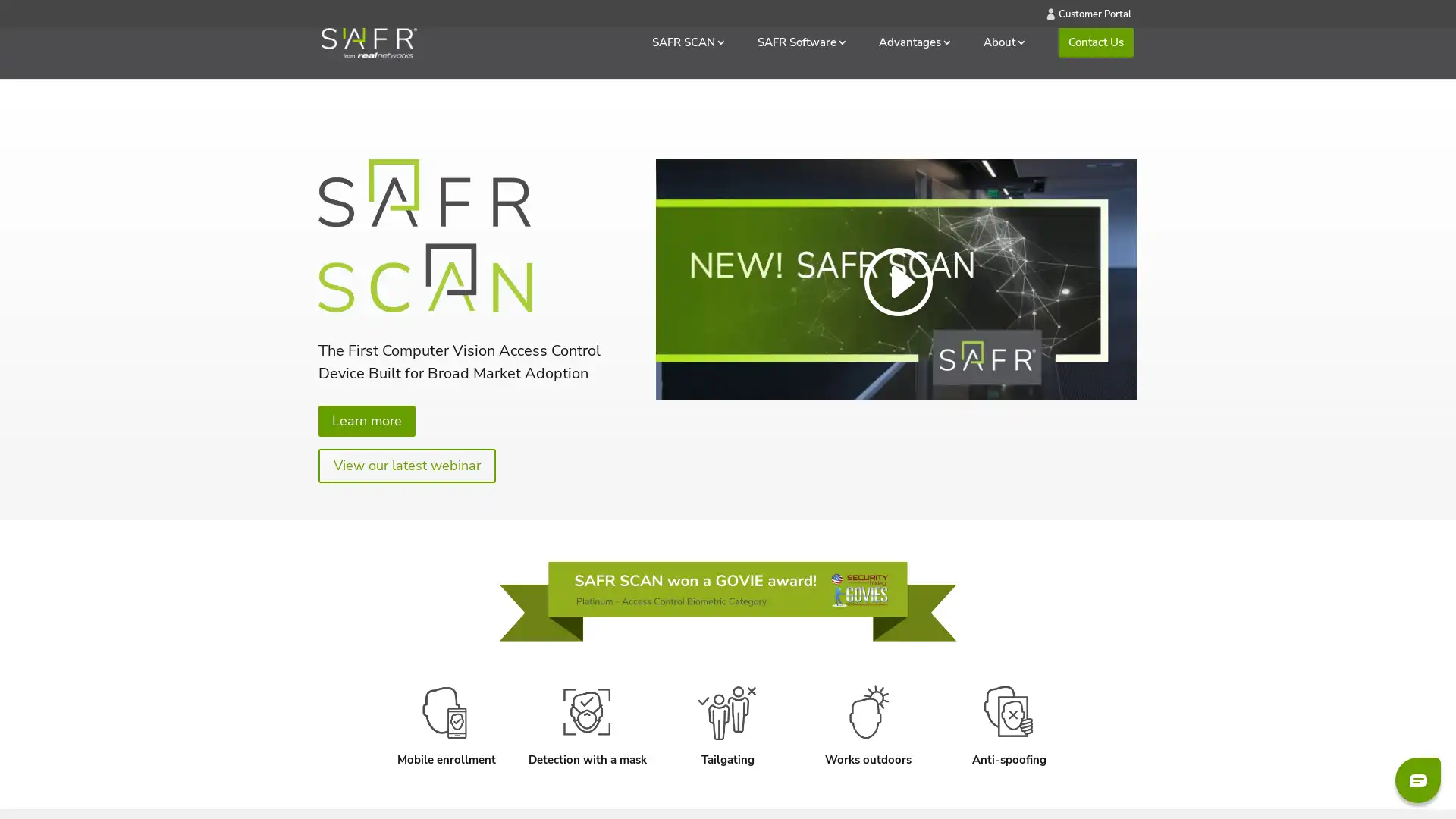  Describe the element at coordinates (1044, 362) in the screenshot. I see `mute` at that location.